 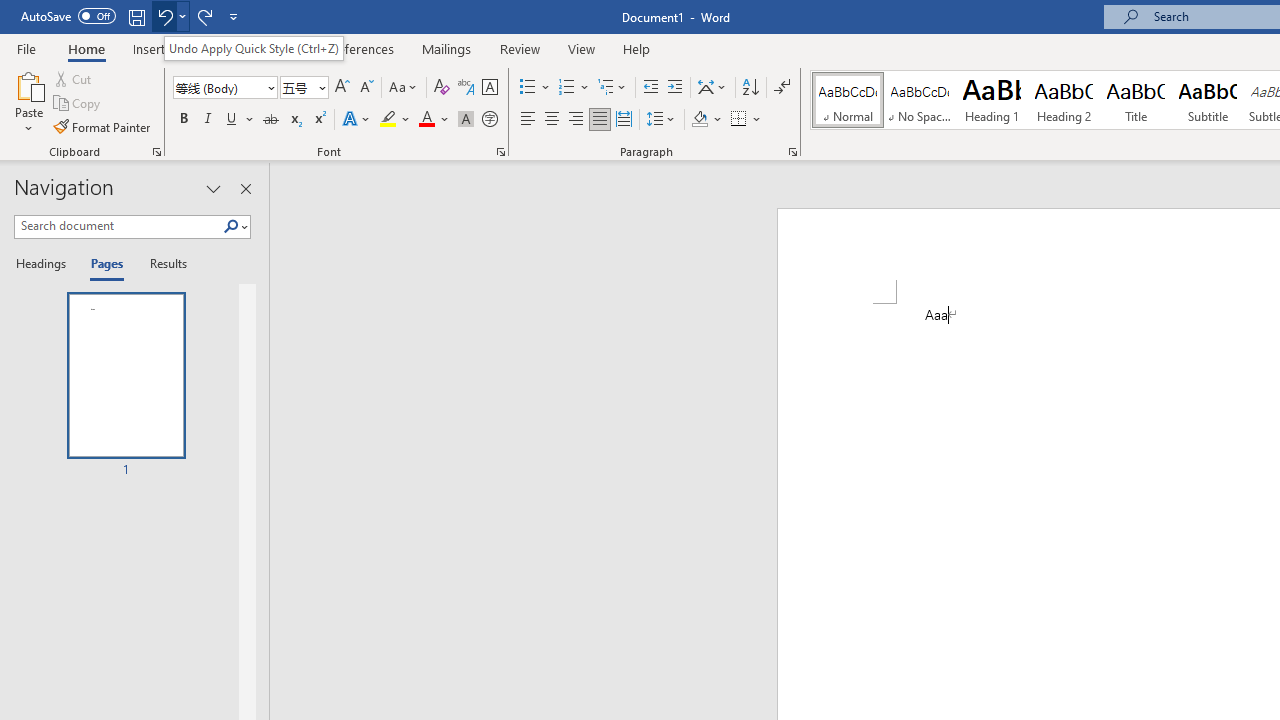 What do you see at coordinates (318, 119) in the screenshot?
I see `'Superscript'` at bounding box center [318, 119].